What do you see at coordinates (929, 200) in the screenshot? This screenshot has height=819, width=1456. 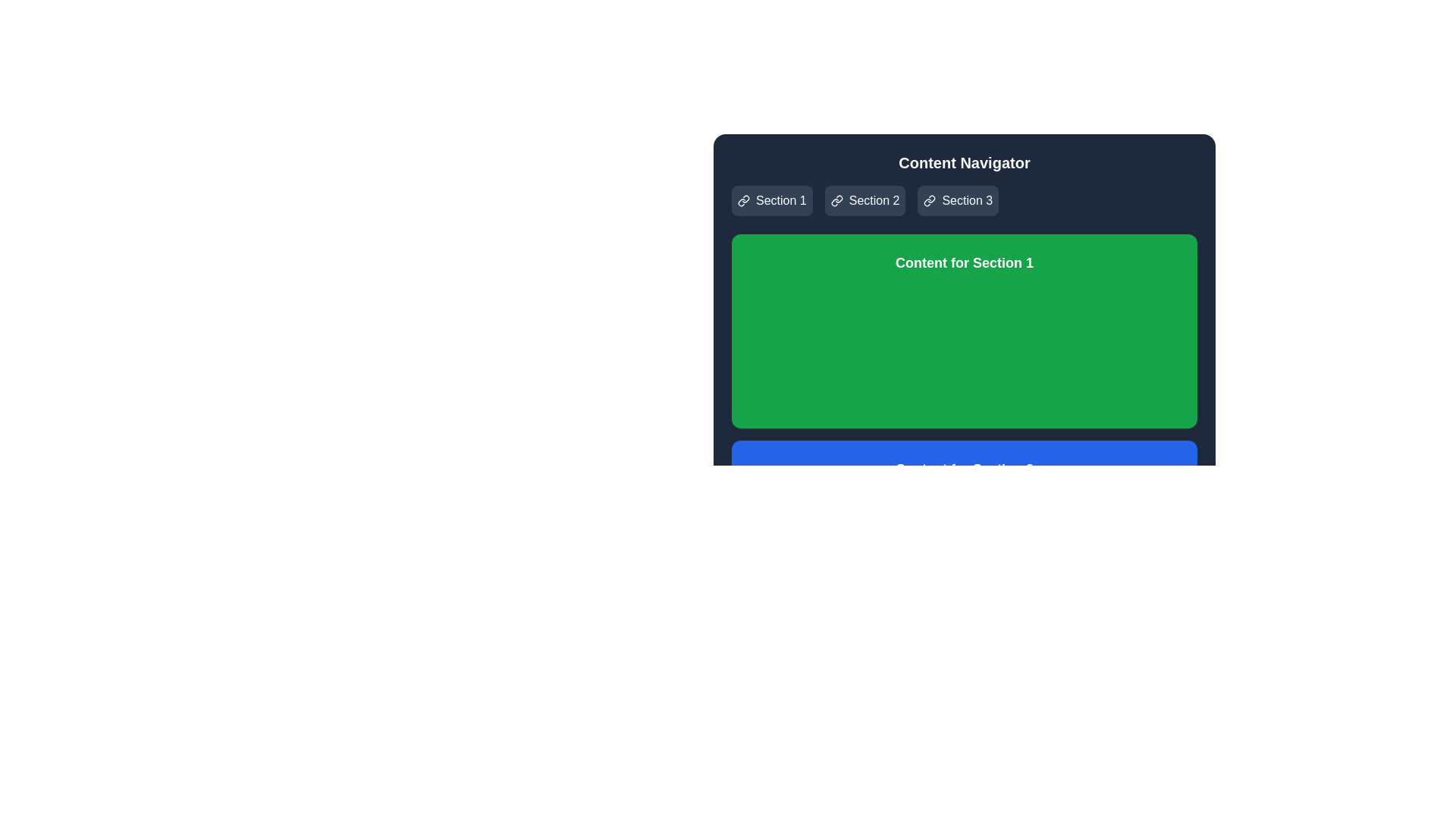 I see `the icon that visually signifies the link functionality of the 'Section 3' button, located to the left of the text 'Section 3' in the top navigation bar` at bounding box center [929, 200].